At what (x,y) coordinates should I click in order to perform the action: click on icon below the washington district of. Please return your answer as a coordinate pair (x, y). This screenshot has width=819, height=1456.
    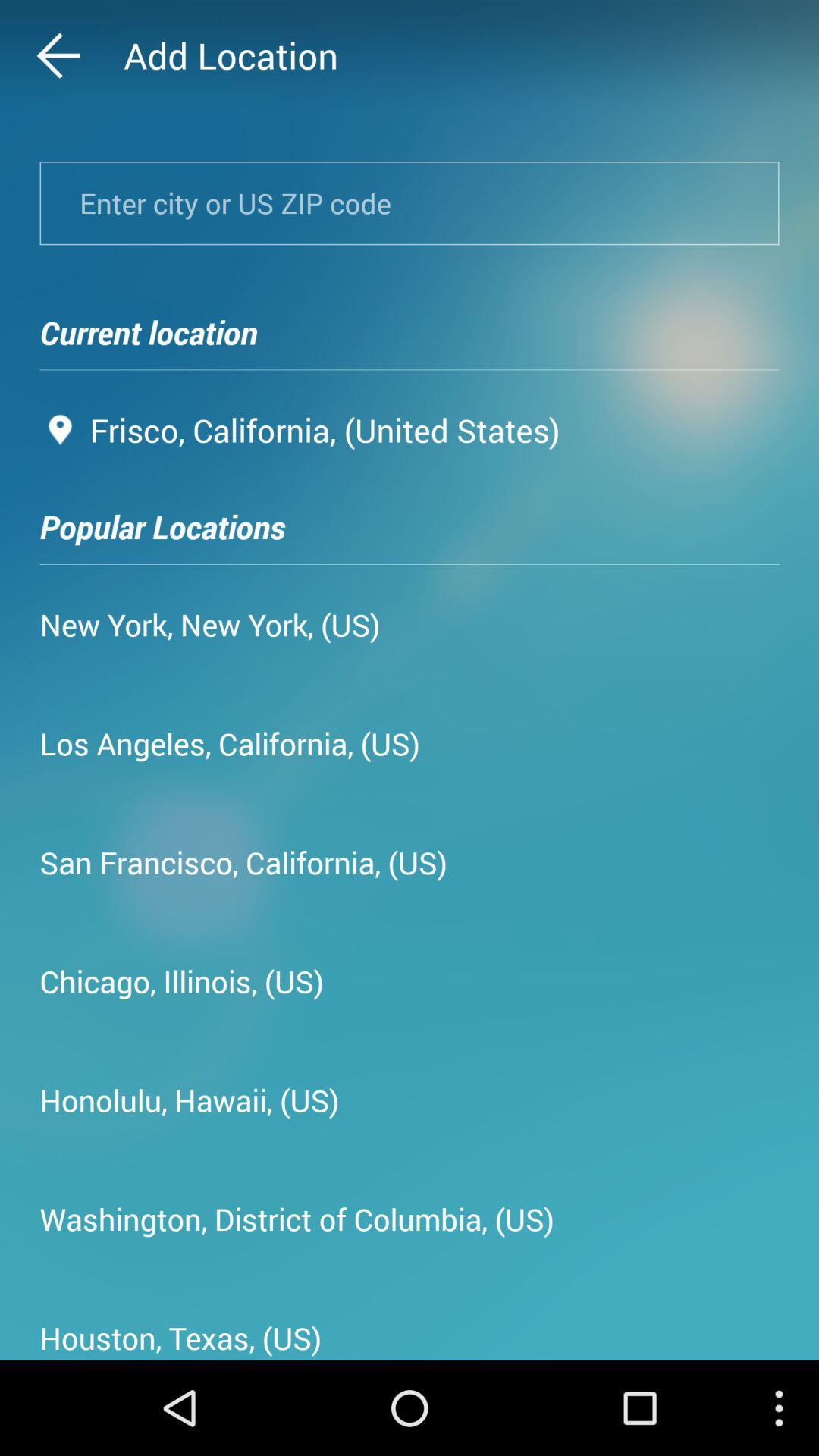
    Looking at the image, I should click on (180, 1332).